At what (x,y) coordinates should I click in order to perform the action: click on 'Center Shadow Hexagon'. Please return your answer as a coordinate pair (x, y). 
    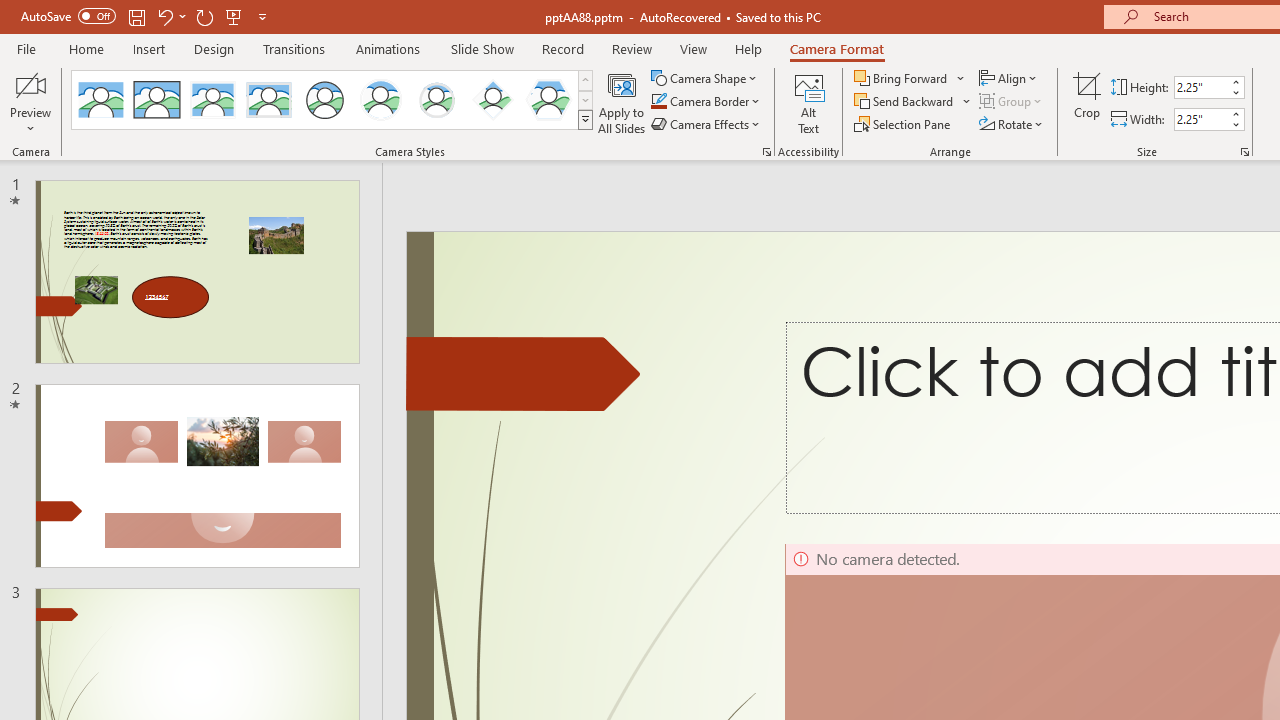
    Looking at the image, I should click on (549, 100).